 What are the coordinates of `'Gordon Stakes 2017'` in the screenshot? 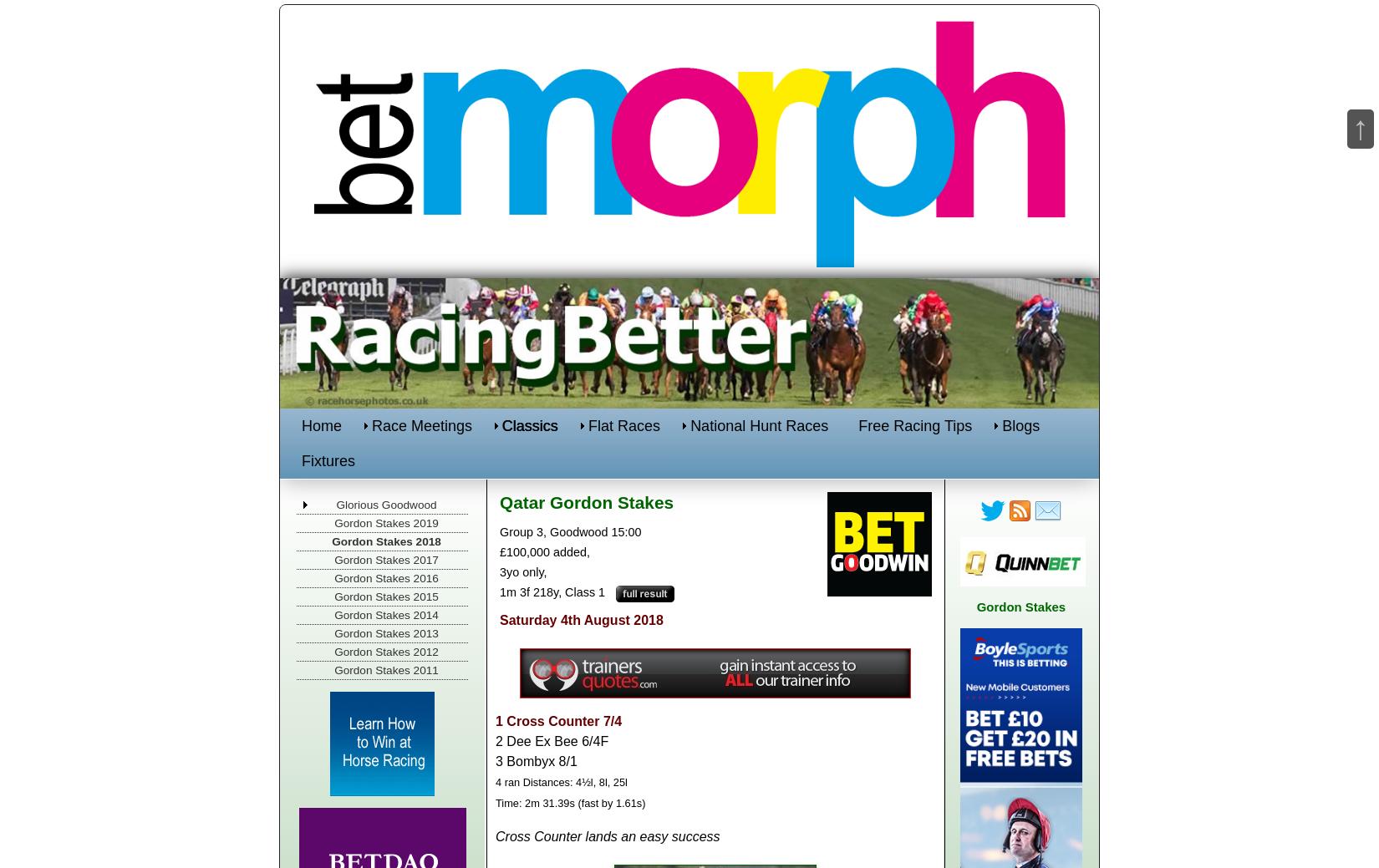 It's located at (385, 560).